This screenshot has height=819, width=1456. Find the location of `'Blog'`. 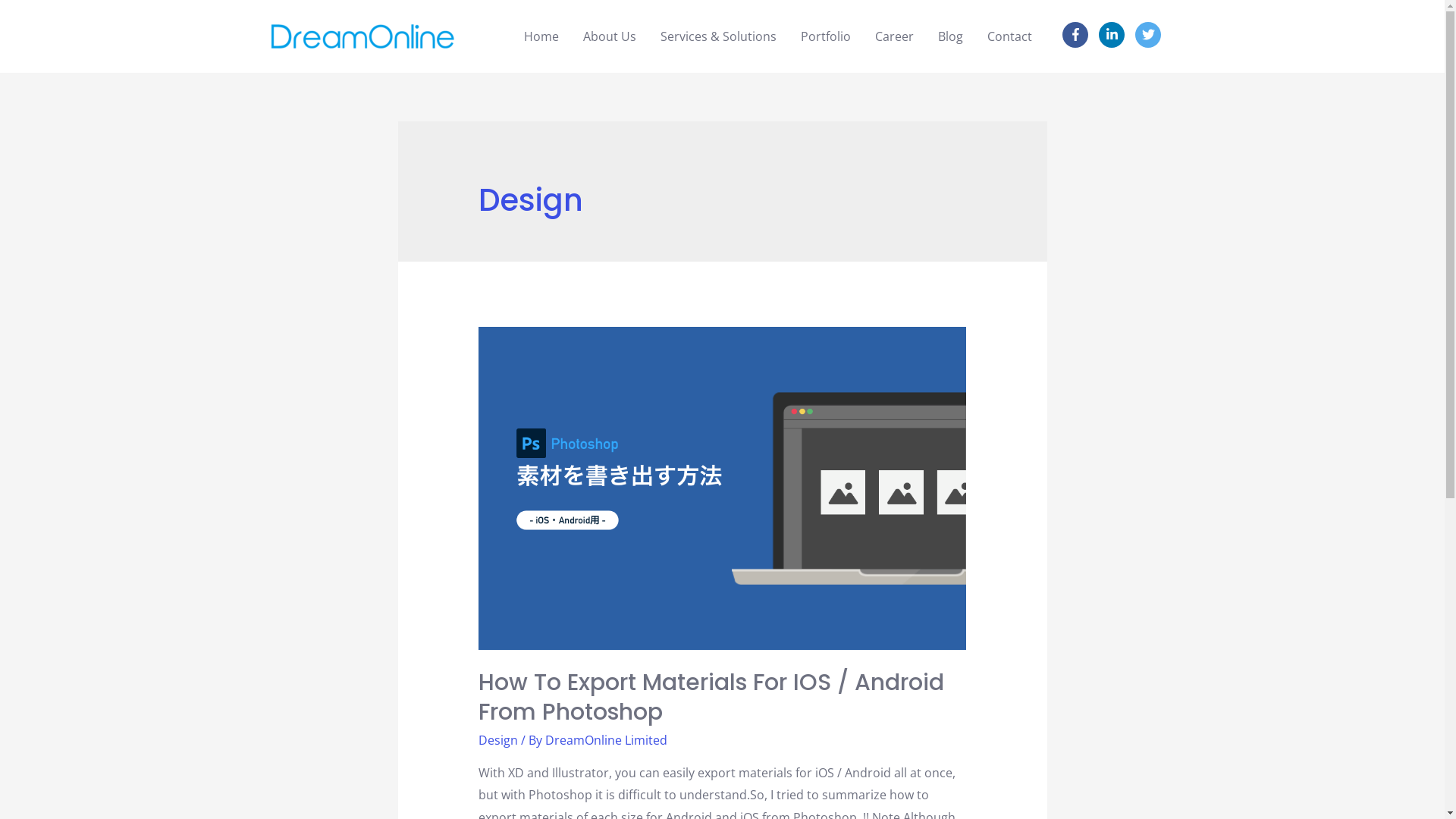

'Blog' is located at coordinates (949, 35).